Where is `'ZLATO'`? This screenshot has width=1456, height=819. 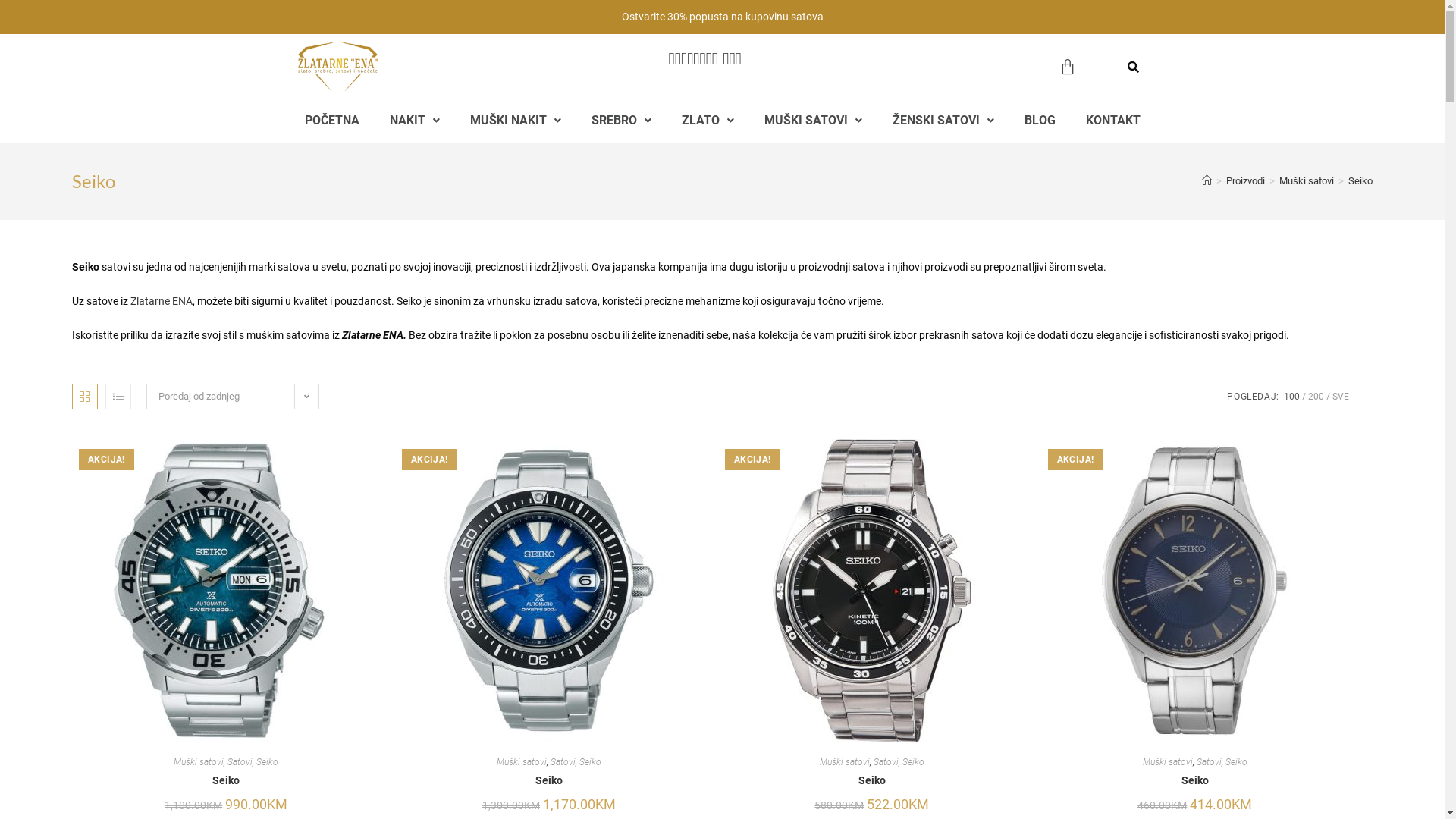 'ZLATO' is located at coordinates (706, 119).